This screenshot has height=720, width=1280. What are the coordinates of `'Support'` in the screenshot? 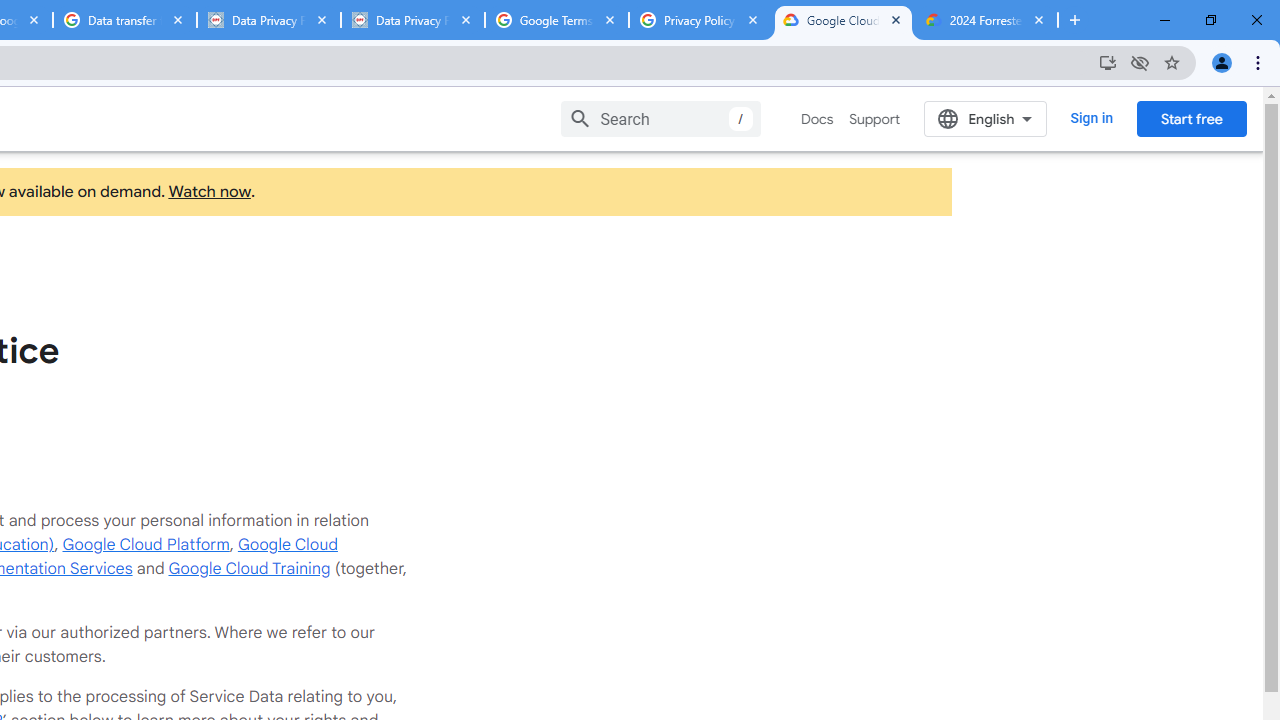 It's located at (874, 119).